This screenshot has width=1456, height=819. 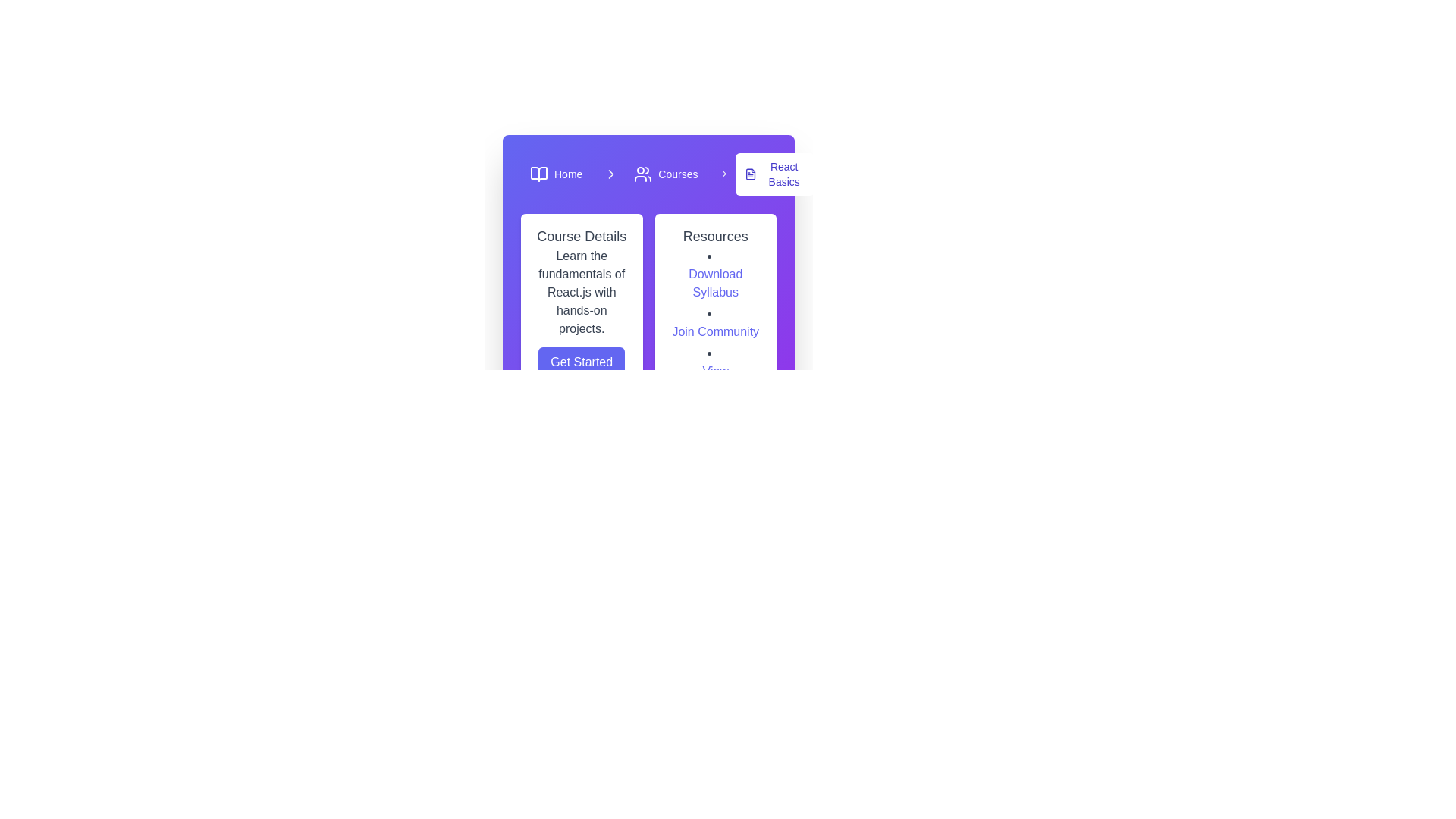 I want to click on a hyperlink, so click(x=714, y=322).